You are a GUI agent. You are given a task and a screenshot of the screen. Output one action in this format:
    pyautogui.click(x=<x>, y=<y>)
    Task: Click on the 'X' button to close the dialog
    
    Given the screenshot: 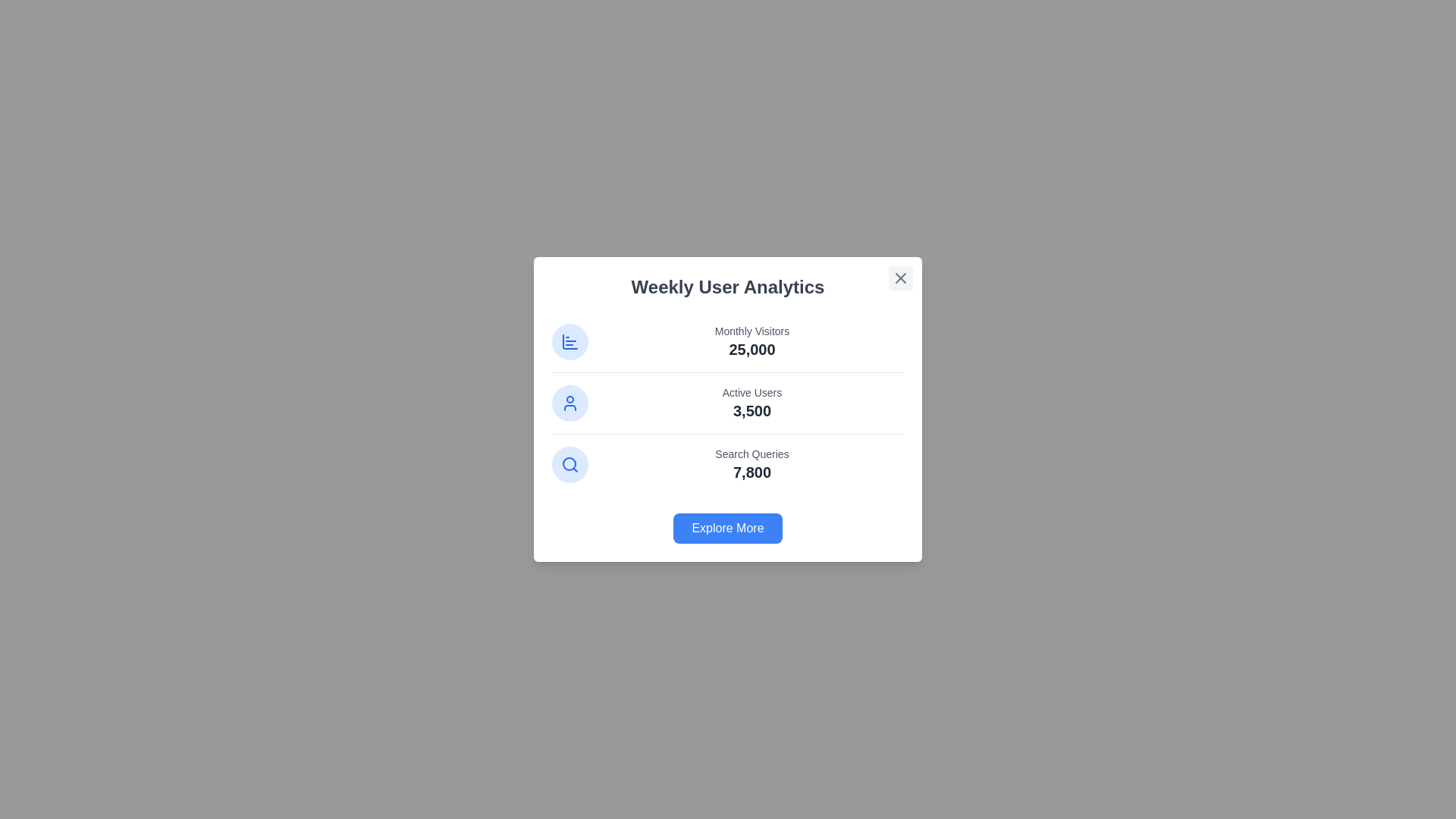 What is the action you would take?
    pyautogui.click(x=901, y=278)
    